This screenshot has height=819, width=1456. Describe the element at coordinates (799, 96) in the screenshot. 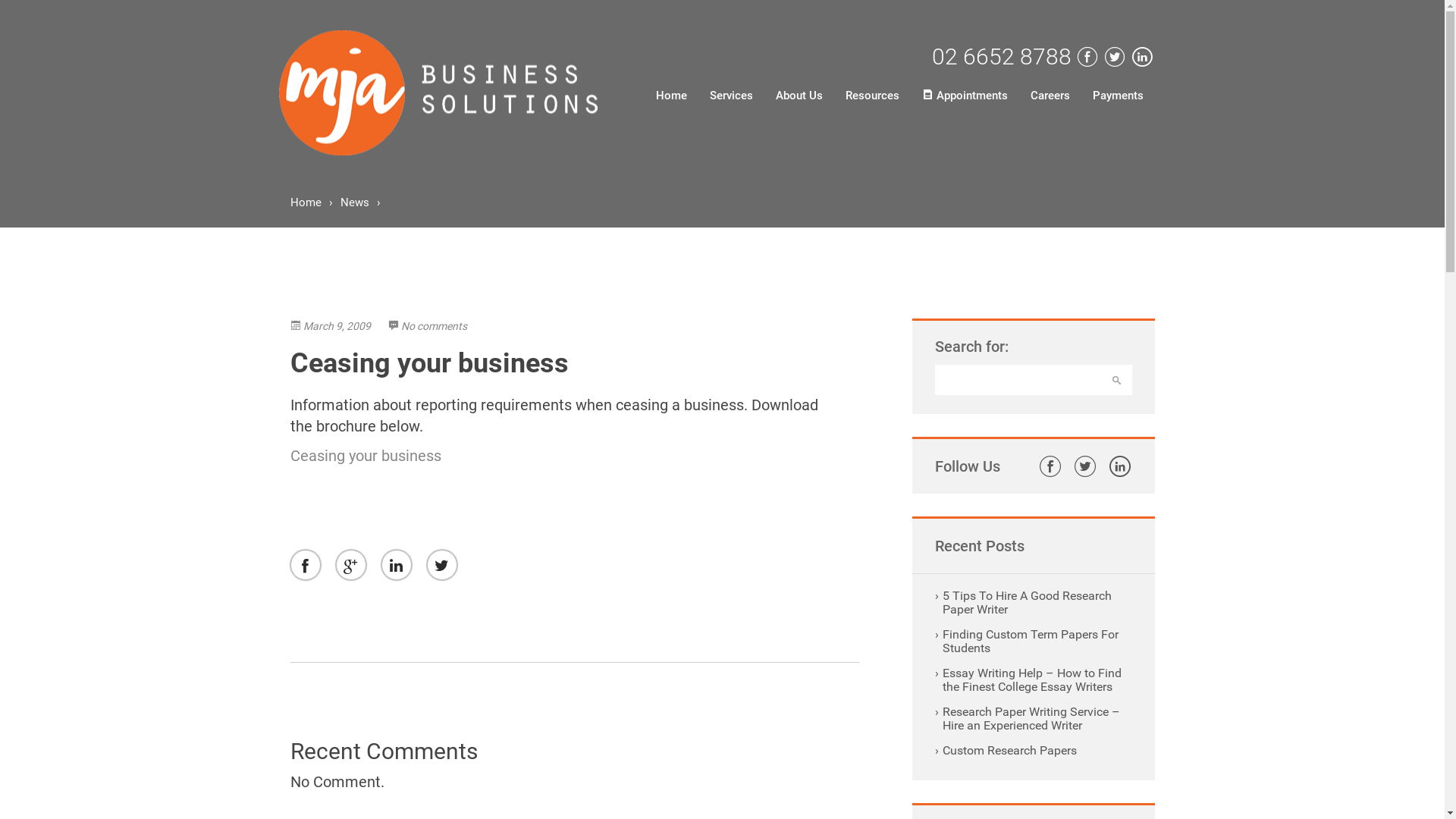

I see `'About Us'` at that location.